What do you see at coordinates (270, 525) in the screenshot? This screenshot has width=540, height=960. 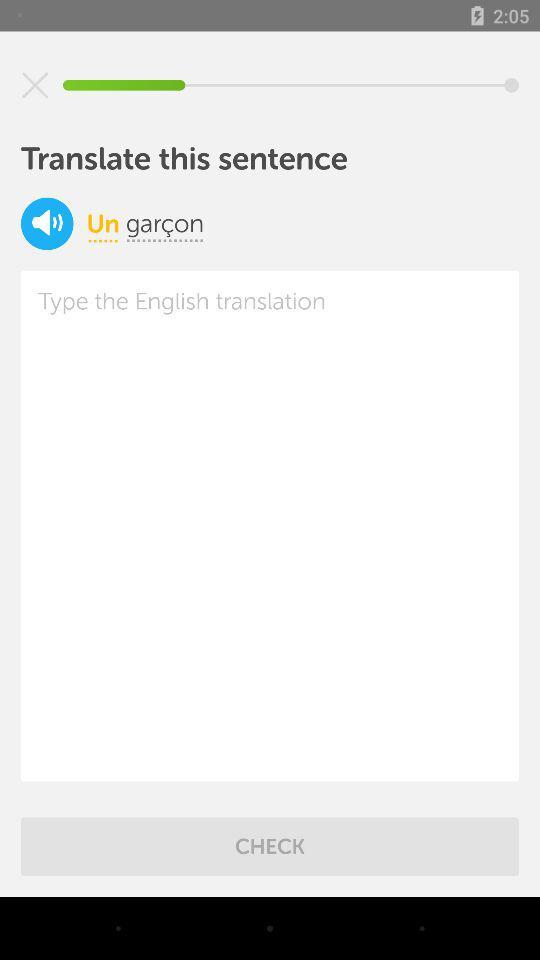 I see `type text` at bounding box center [270, 525].